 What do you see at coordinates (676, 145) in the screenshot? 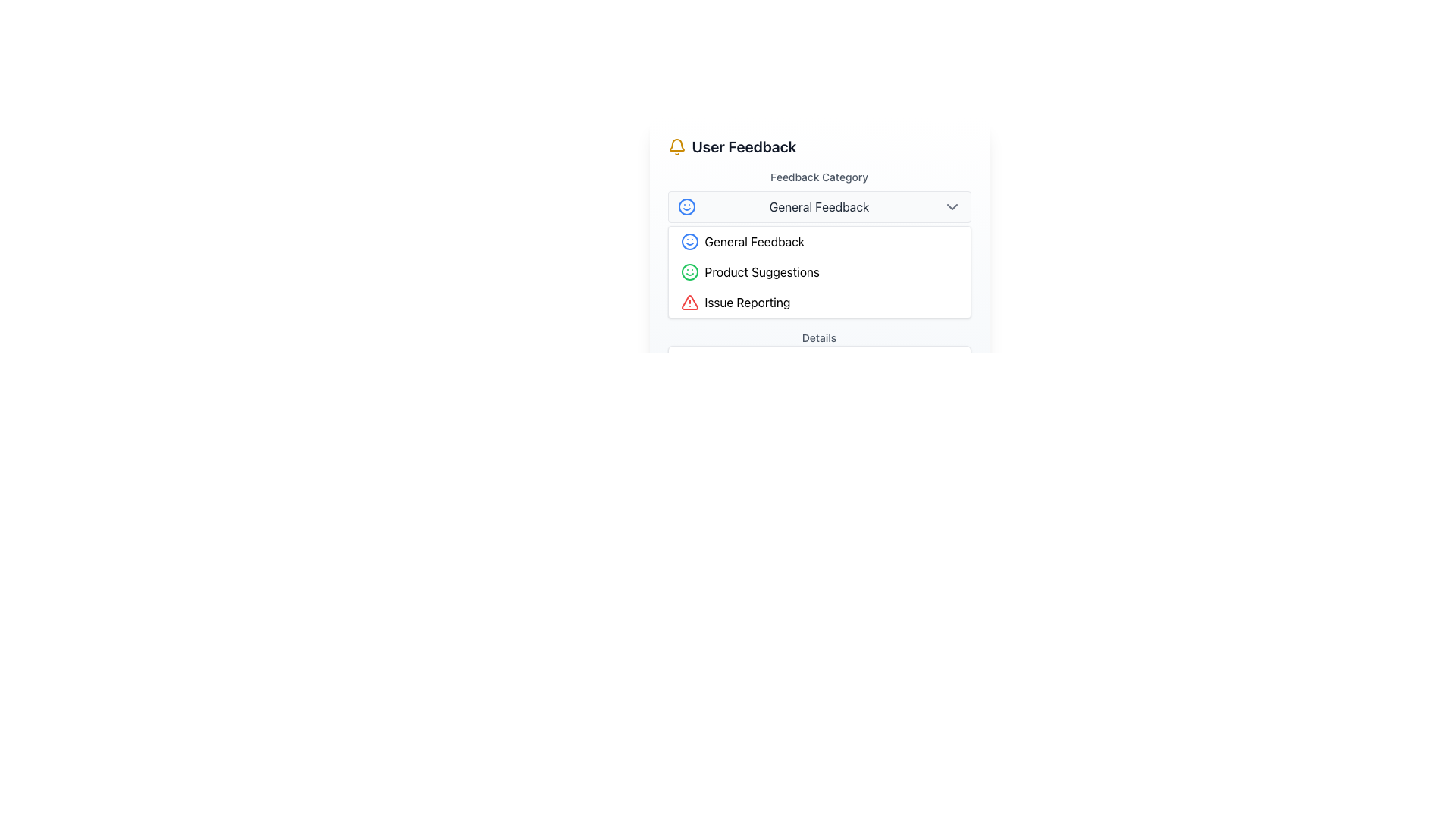
I see `the notification icon located near the top left section of the interface, above the 'User Feedback' title` at bounding box center [676, 145].